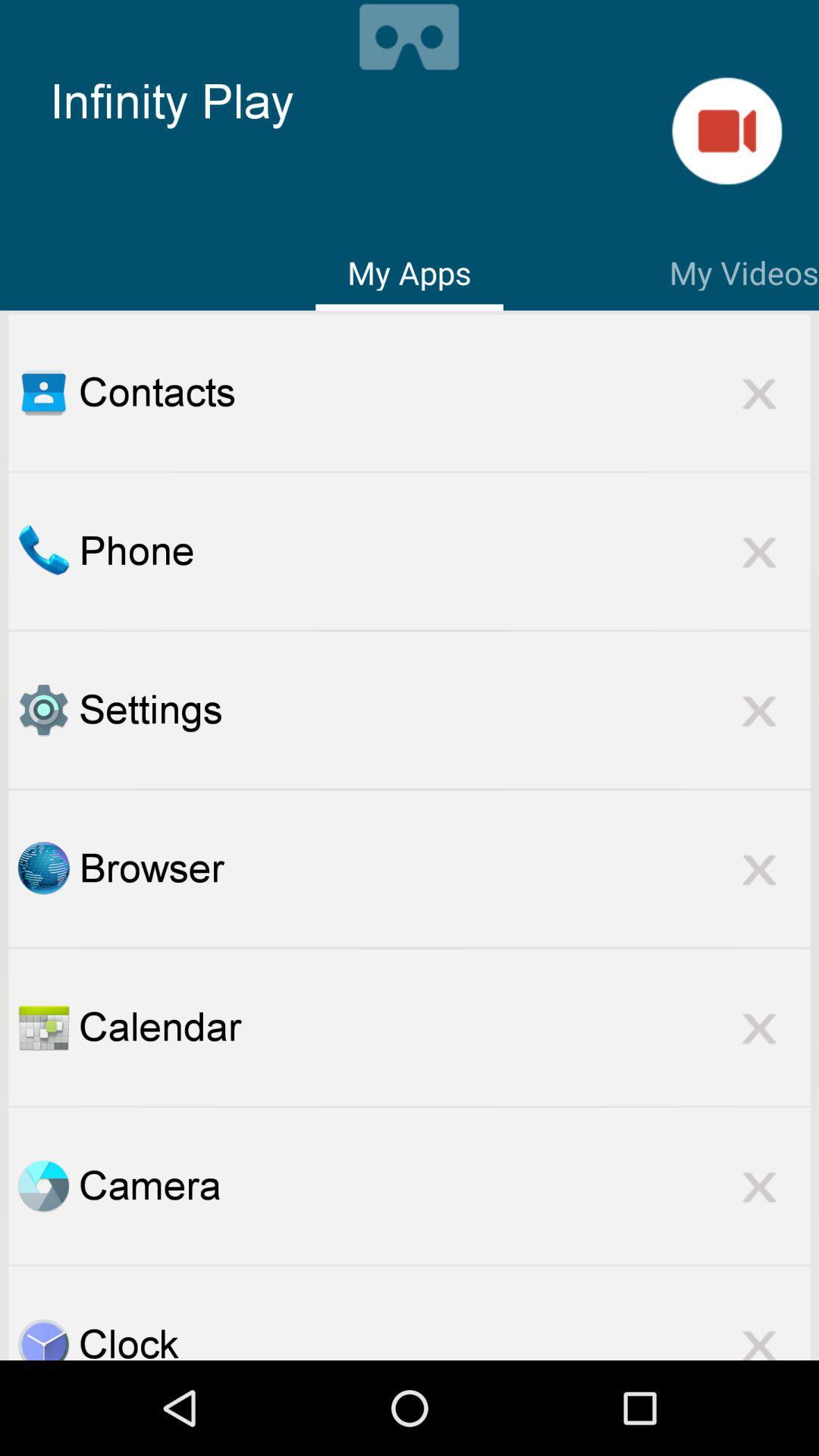 The height and width of the screenshot is (1456, 819). Describe the element at coordinates (759, 868) in the screenshot. I see `this app` at that location.